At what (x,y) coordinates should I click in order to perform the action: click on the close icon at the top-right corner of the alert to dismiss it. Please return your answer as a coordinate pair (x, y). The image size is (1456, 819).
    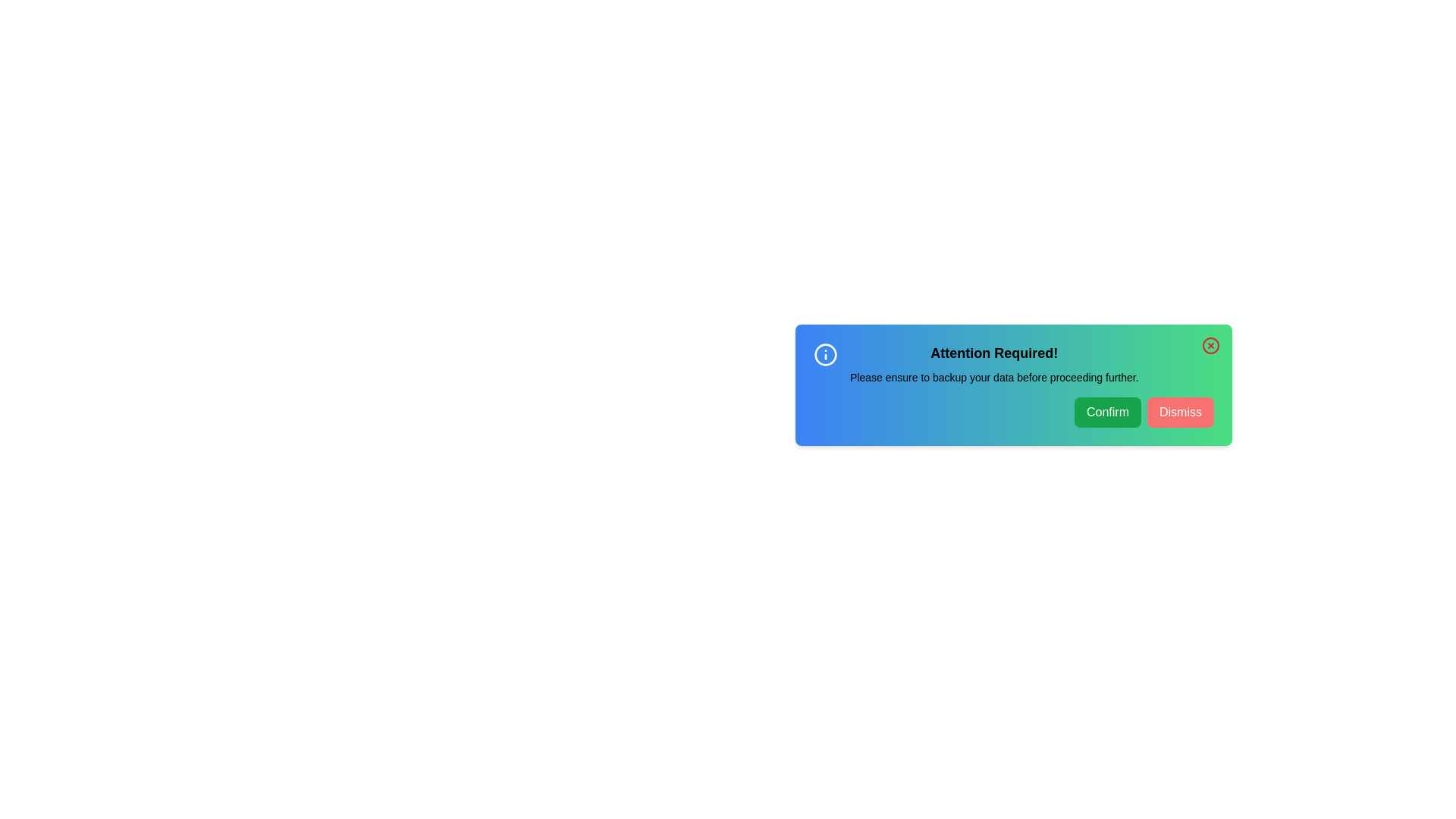
    Looking at the image, I should click on (1210, 345).